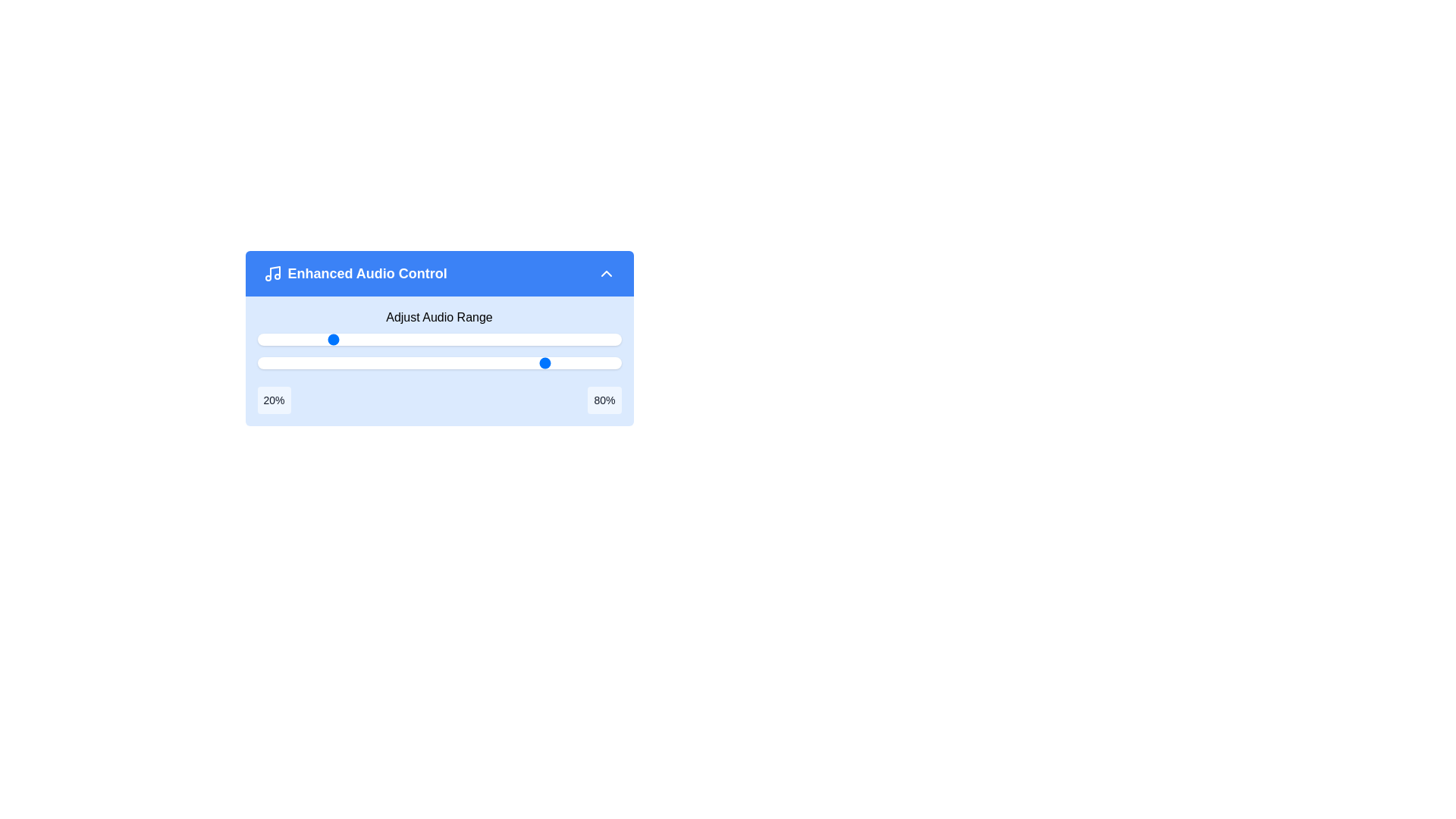 This screenshot has height=819, width=1456. What do you see at coordinates (460, 338) in the screenshot?
I see `the slider value` at bounding box center [460, 338].